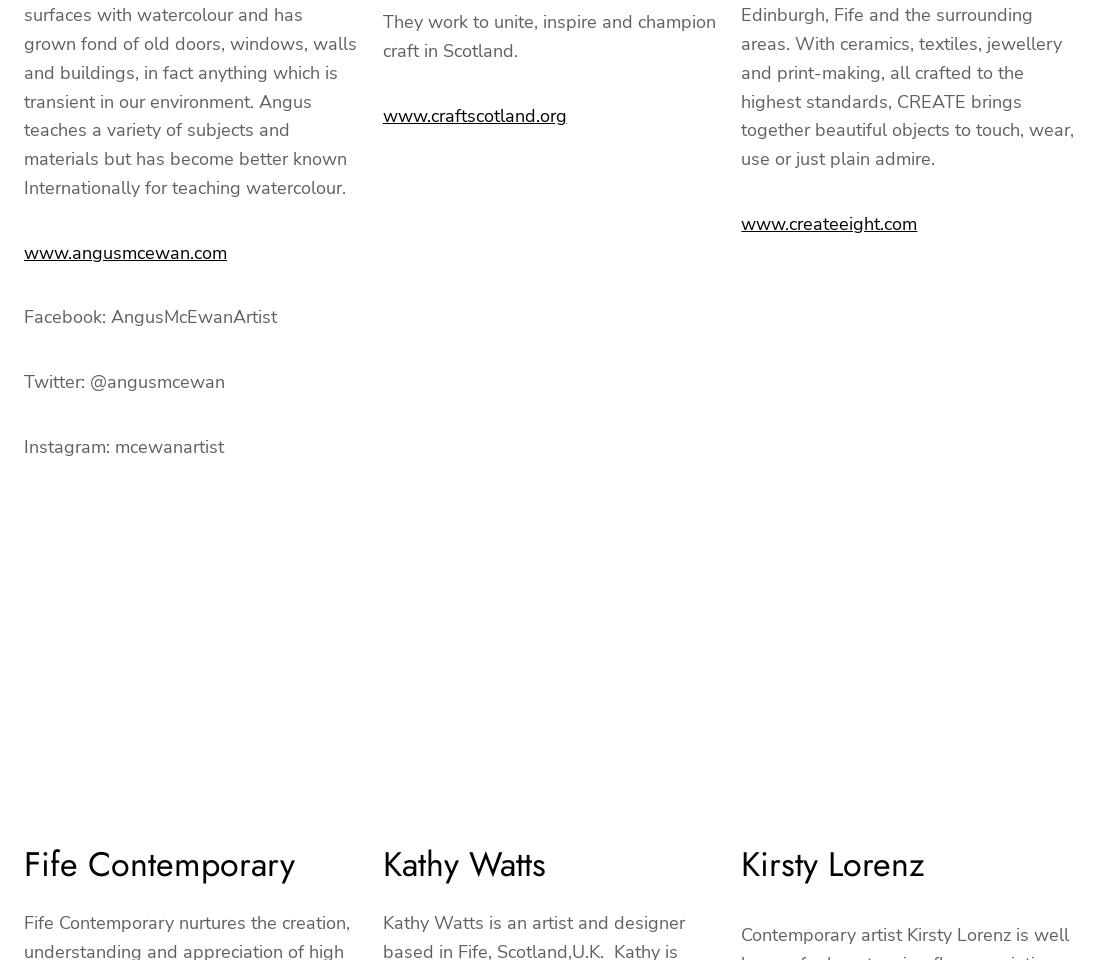  What do you see at coordinates (382, 35) in the screenshot?
I see `'They work to unite, inspire and champion craft in Scotland.'` at bounding box center [382, 35].